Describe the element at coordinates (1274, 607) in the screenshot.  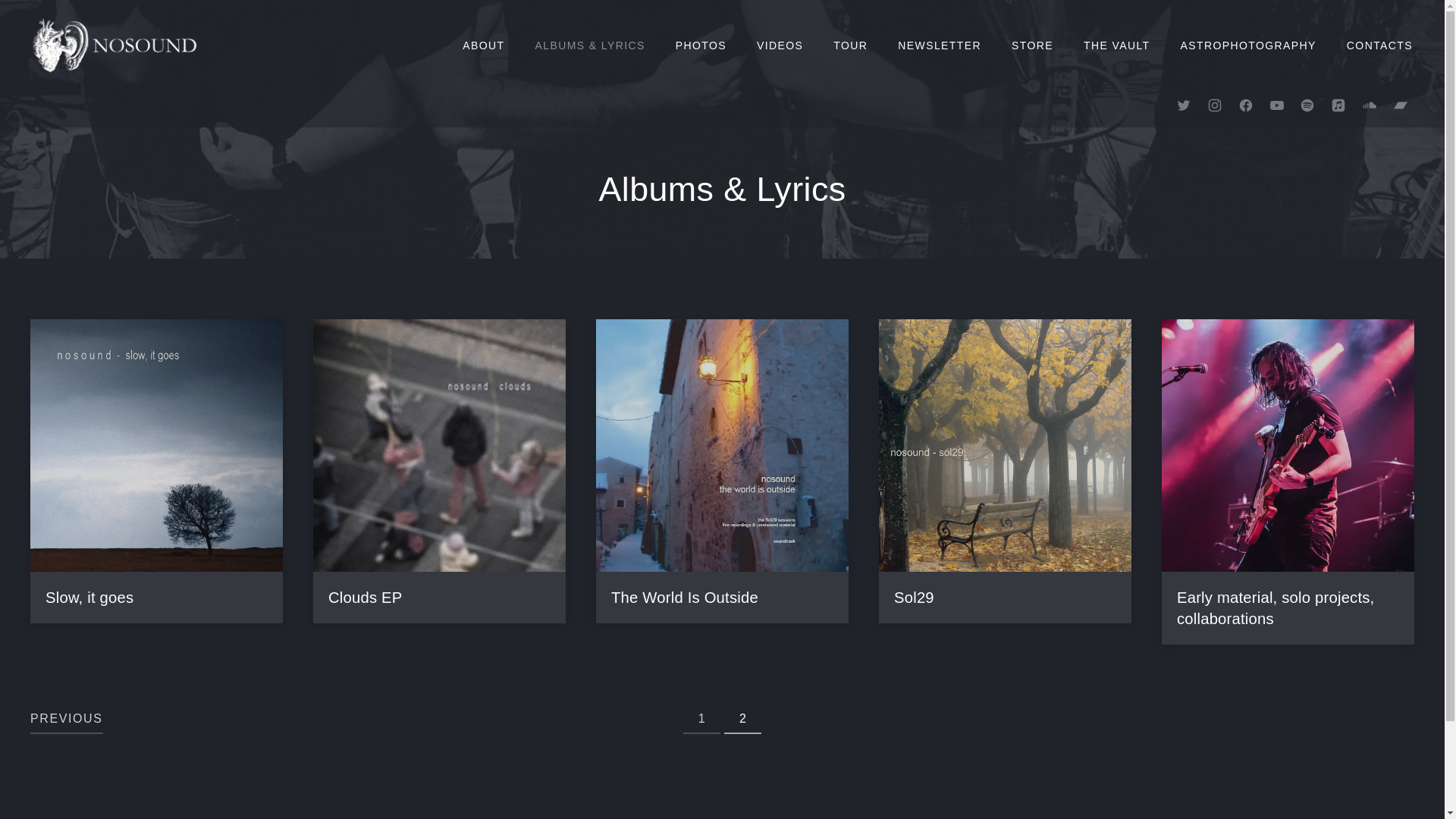
I see `'Early material, solo projects, collaborations'` at that location.